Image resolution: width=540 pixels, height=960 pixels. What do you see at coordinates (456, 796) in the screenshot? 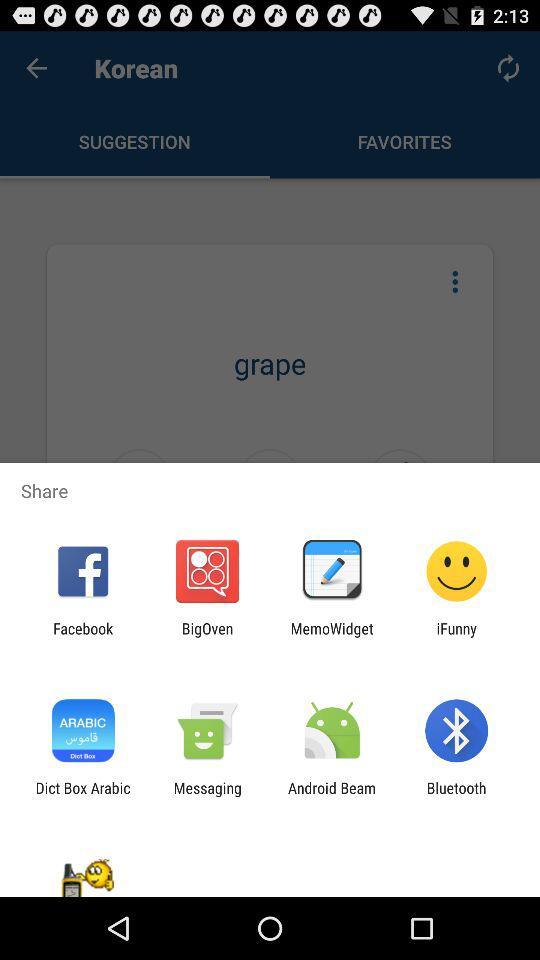
I see `the app next to android beam icon` at bounding box center [456, 796].